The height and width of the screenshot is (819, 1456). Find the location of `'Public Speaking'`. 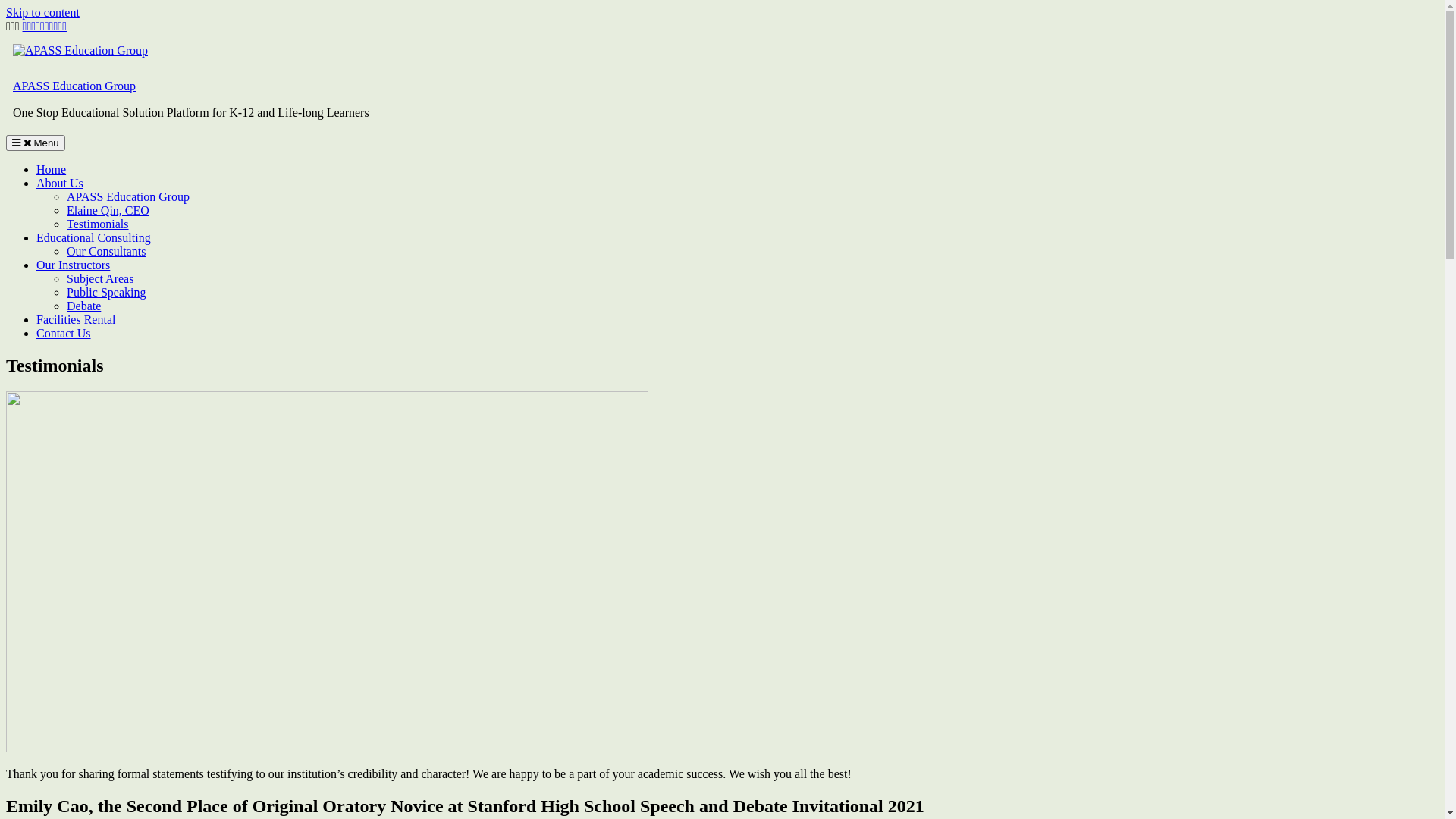

'Public Speaking' is located at coordinates (105, 292).